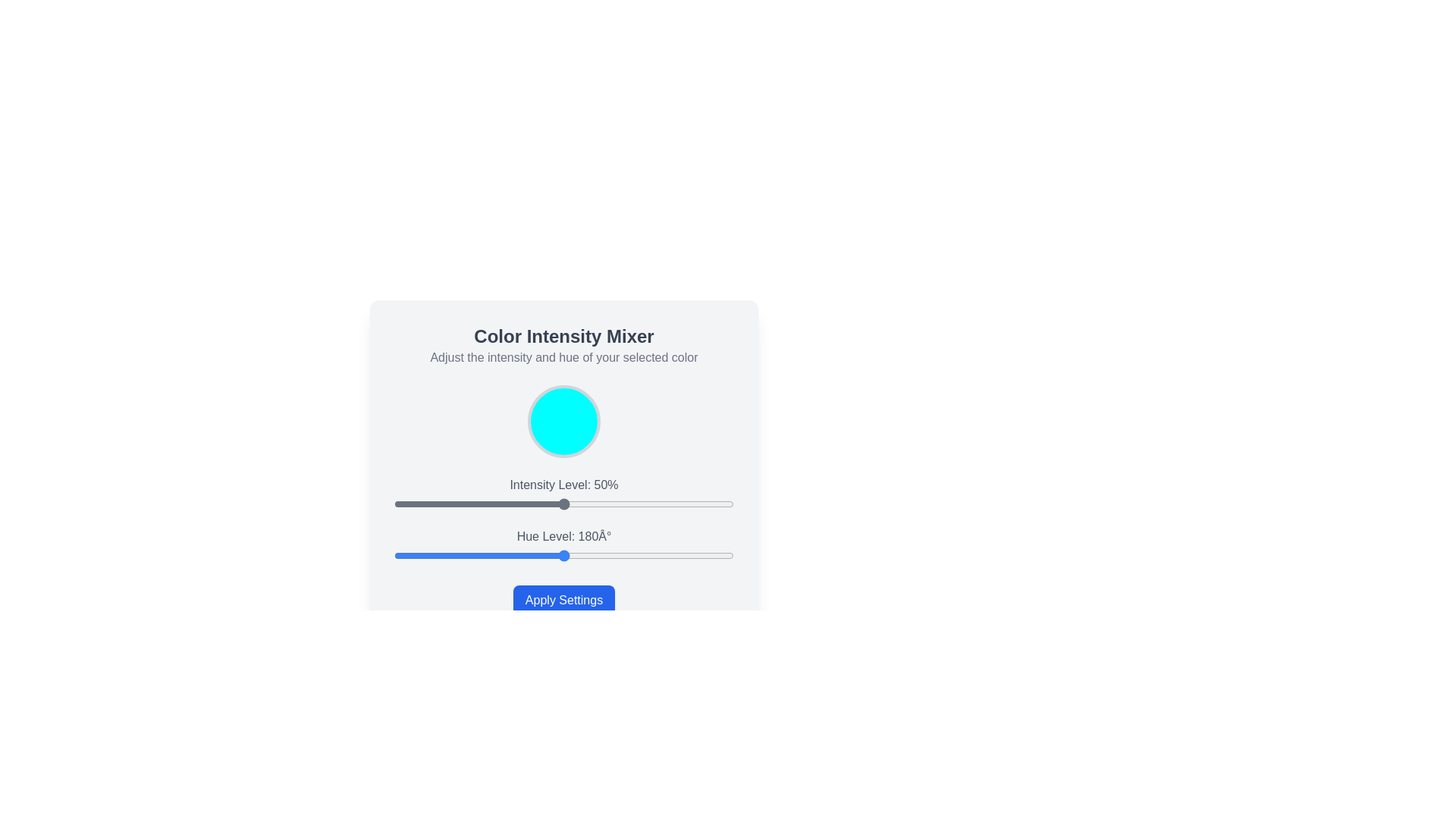 The height and width of the screenshot is (819, 1456). I want to click on the hue level slider to 348°, so click(722, 555).